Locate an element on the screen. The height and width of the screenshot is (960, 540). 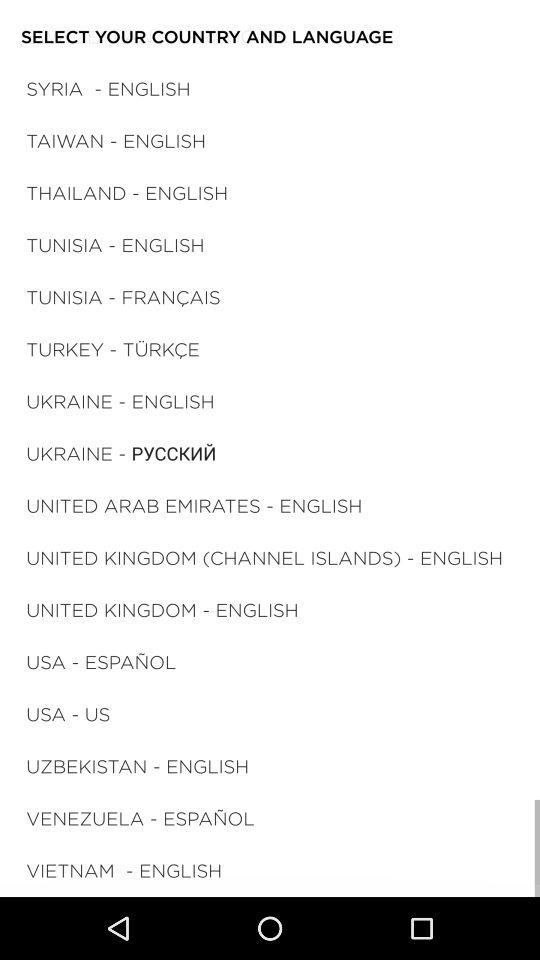
taiwan - english item is located at coordinates (116, 139).